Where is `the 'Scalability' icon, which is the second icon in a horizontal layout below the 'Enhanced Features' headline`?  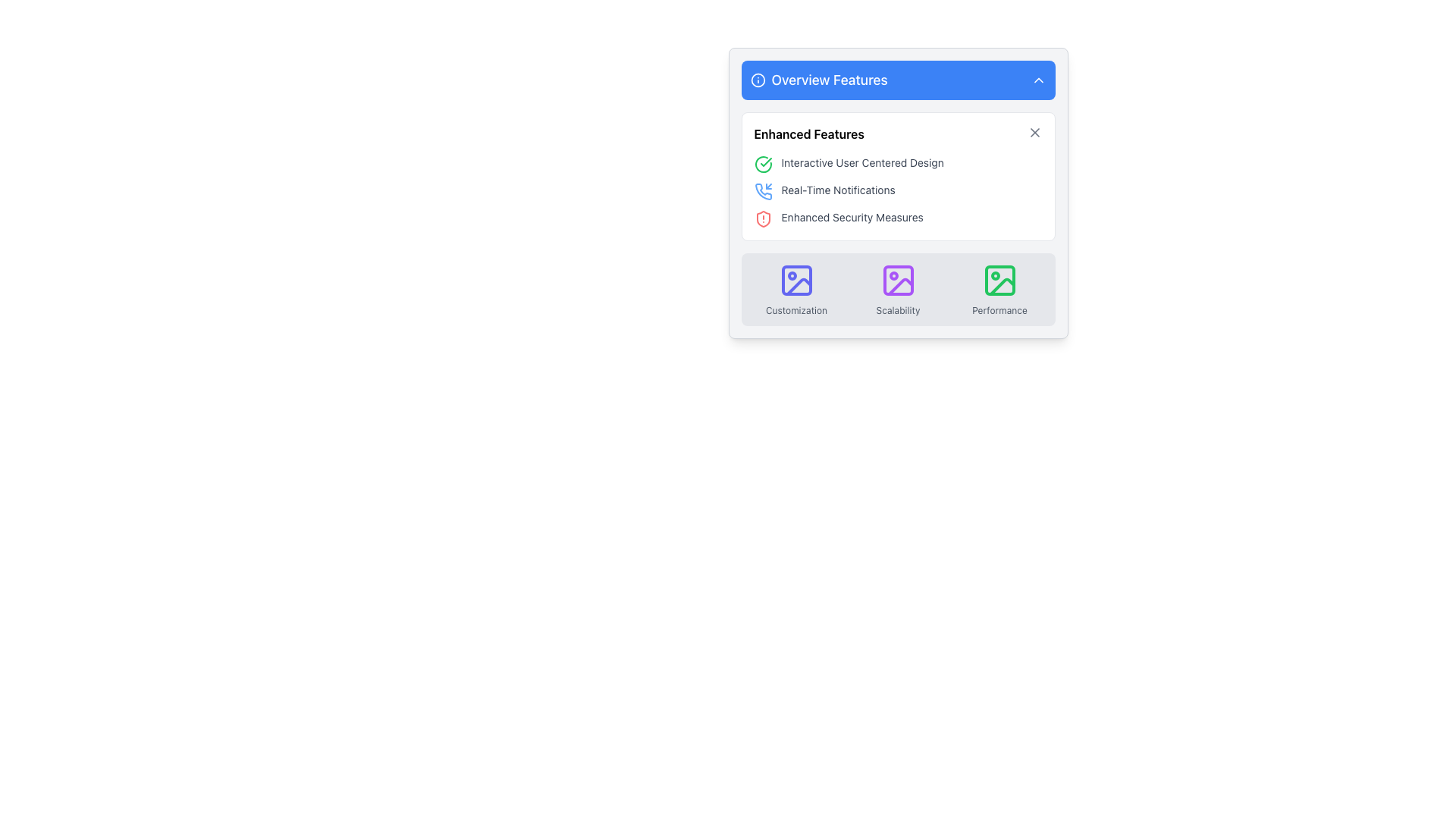
the 'Scalability' icon, which is the second icon in a horizontal layout below the 'Enhanced Features' headline is located at coordinates (898, 281).